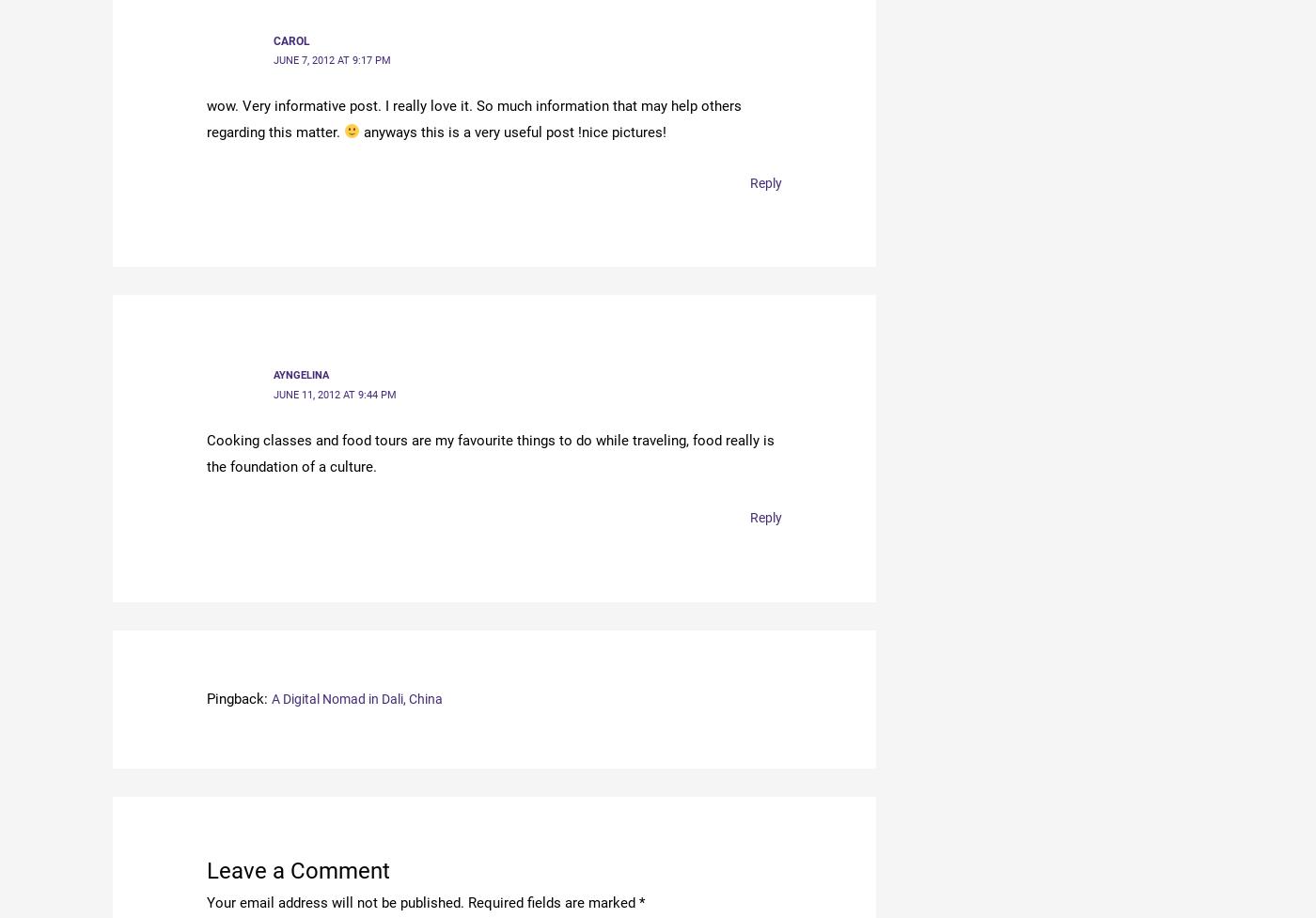  What do you see at coordinates (336, 899) in the screenshot?
I see `'Your email address will not be published.'` at bounding box center [336, 899].